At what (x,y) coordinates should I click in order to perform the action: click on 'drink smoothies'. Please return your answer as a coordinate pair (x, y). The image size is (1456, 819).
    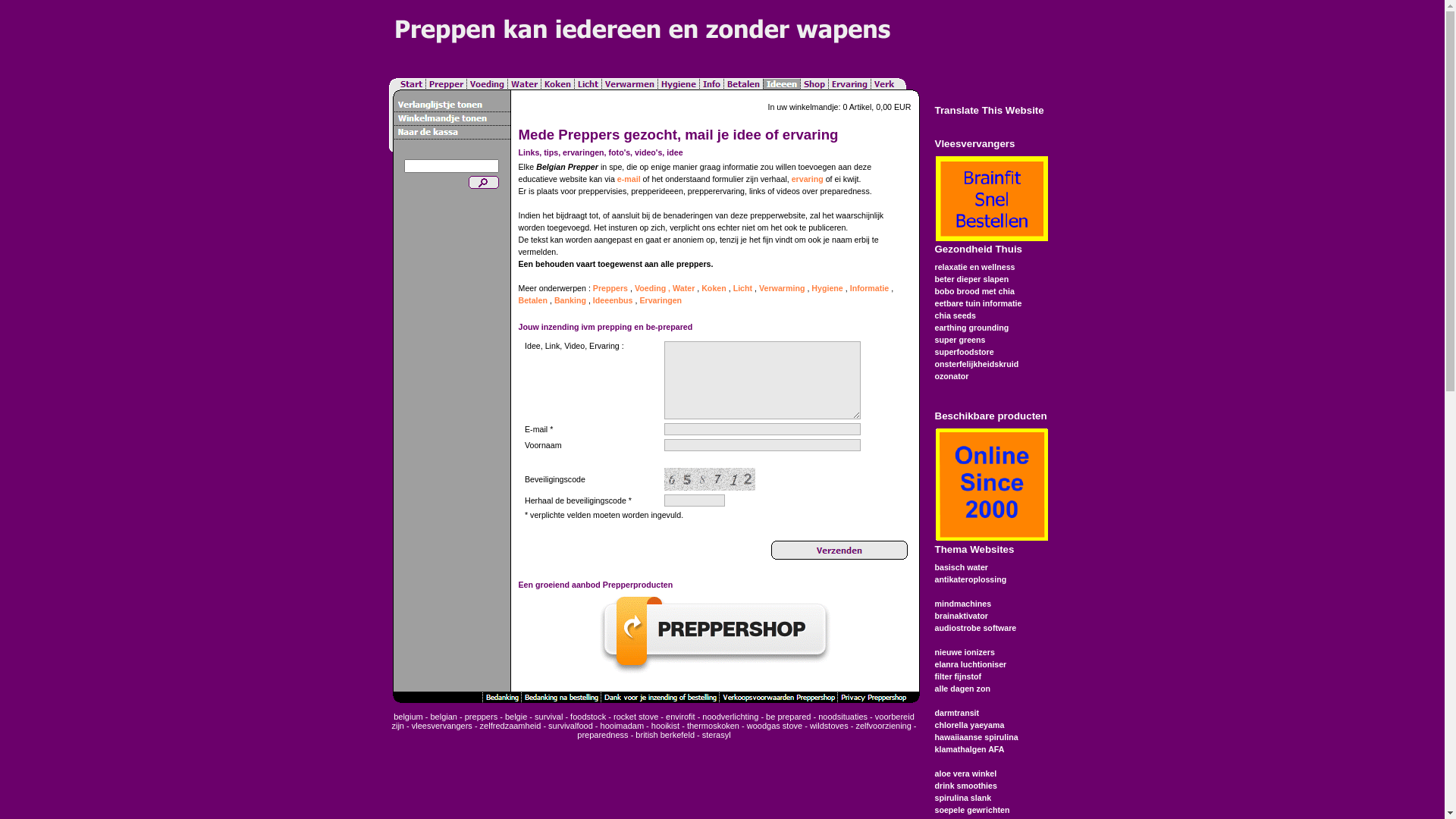
    Looking at the image, I should click on (934, 785).